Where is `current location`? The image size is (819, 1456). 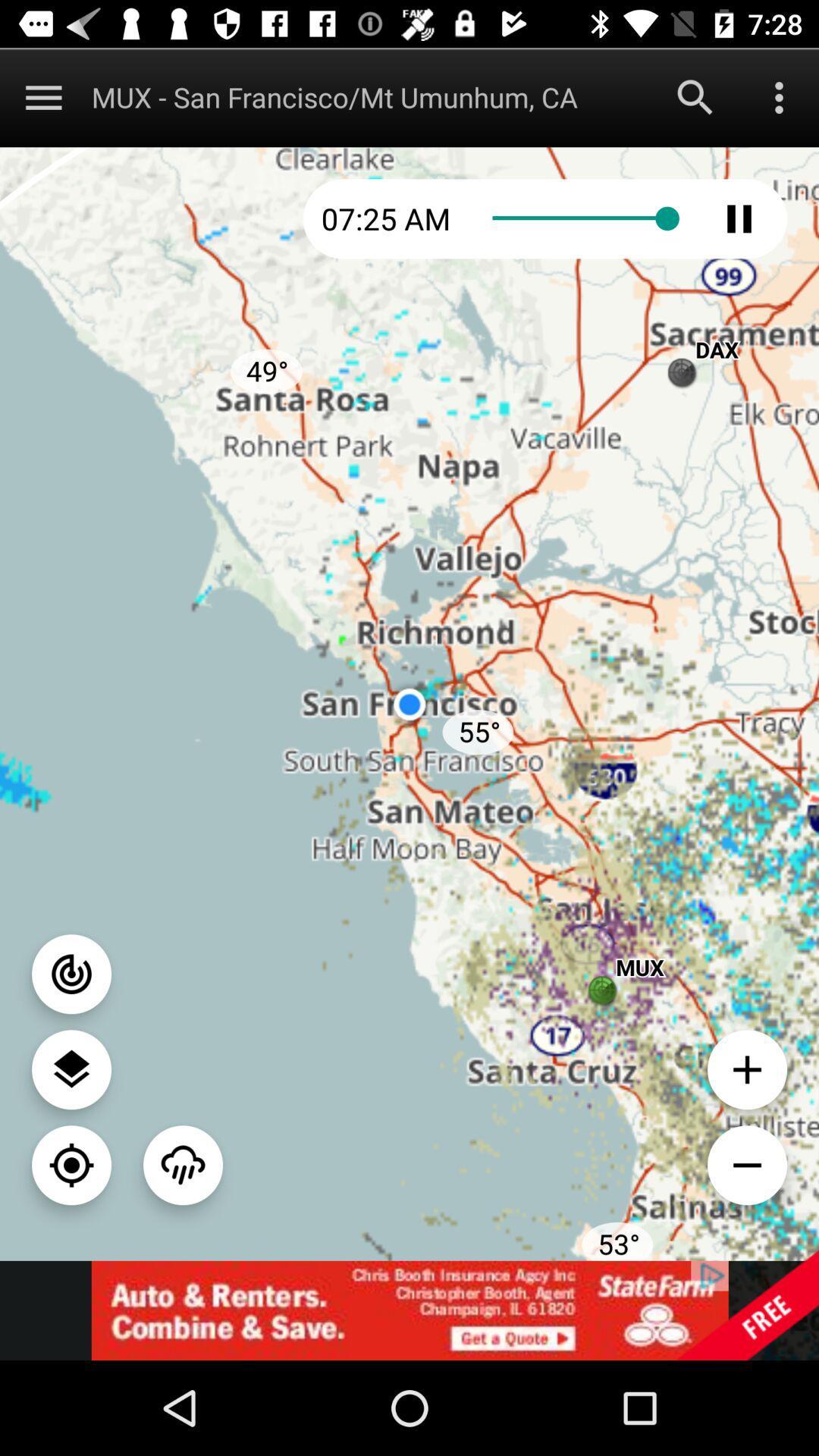 current location is located at coordinates (71, 1164).